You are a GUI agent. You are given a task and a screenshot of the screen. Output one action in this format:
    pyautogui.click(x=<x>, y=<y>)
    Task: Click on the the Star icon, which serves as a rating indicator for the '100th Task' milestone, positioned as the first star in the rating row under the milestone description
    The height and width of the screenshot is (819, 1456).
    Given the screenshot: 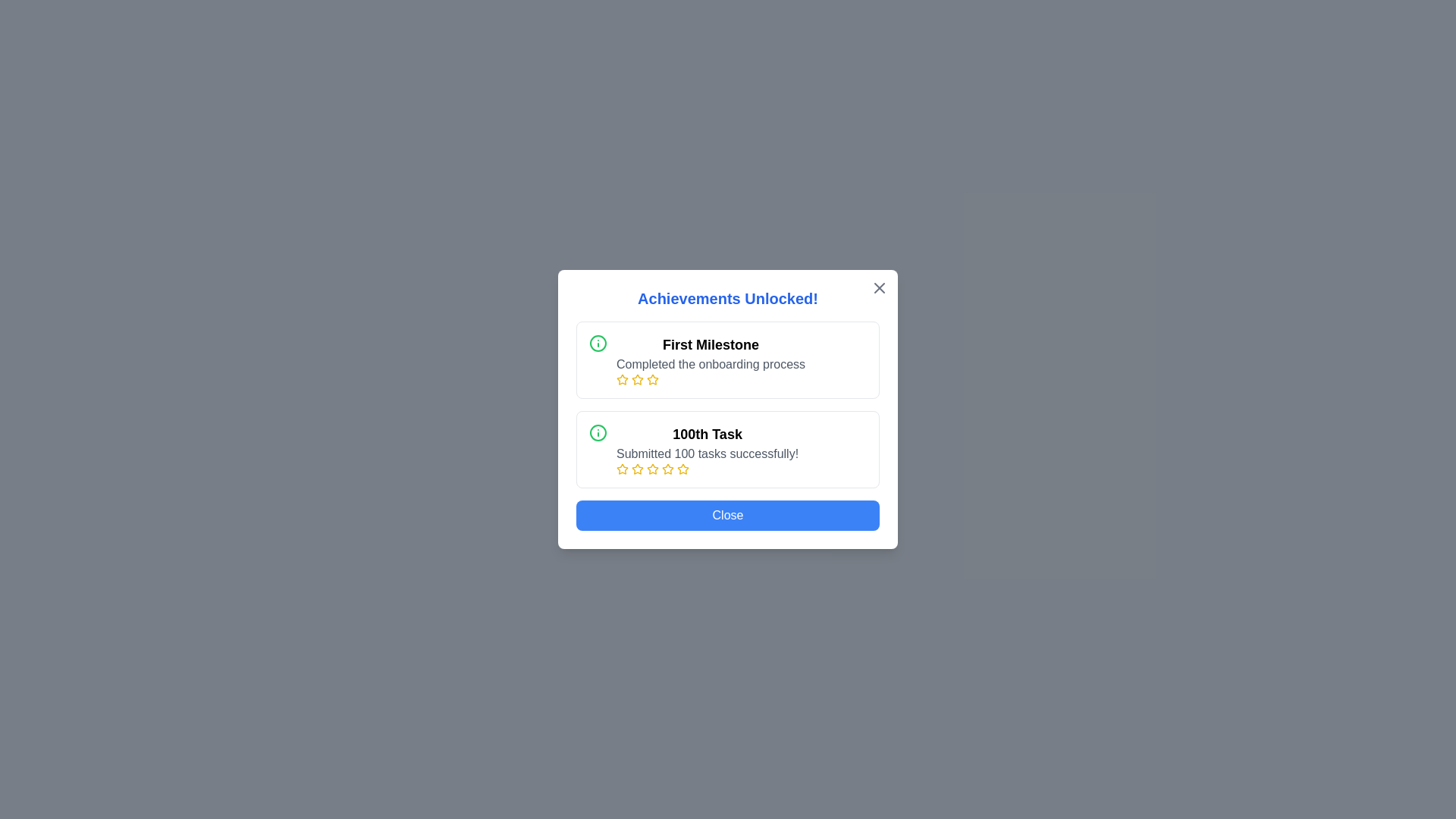 What is the action you would take?
    pyautogui.click(x=637, y=468)
    